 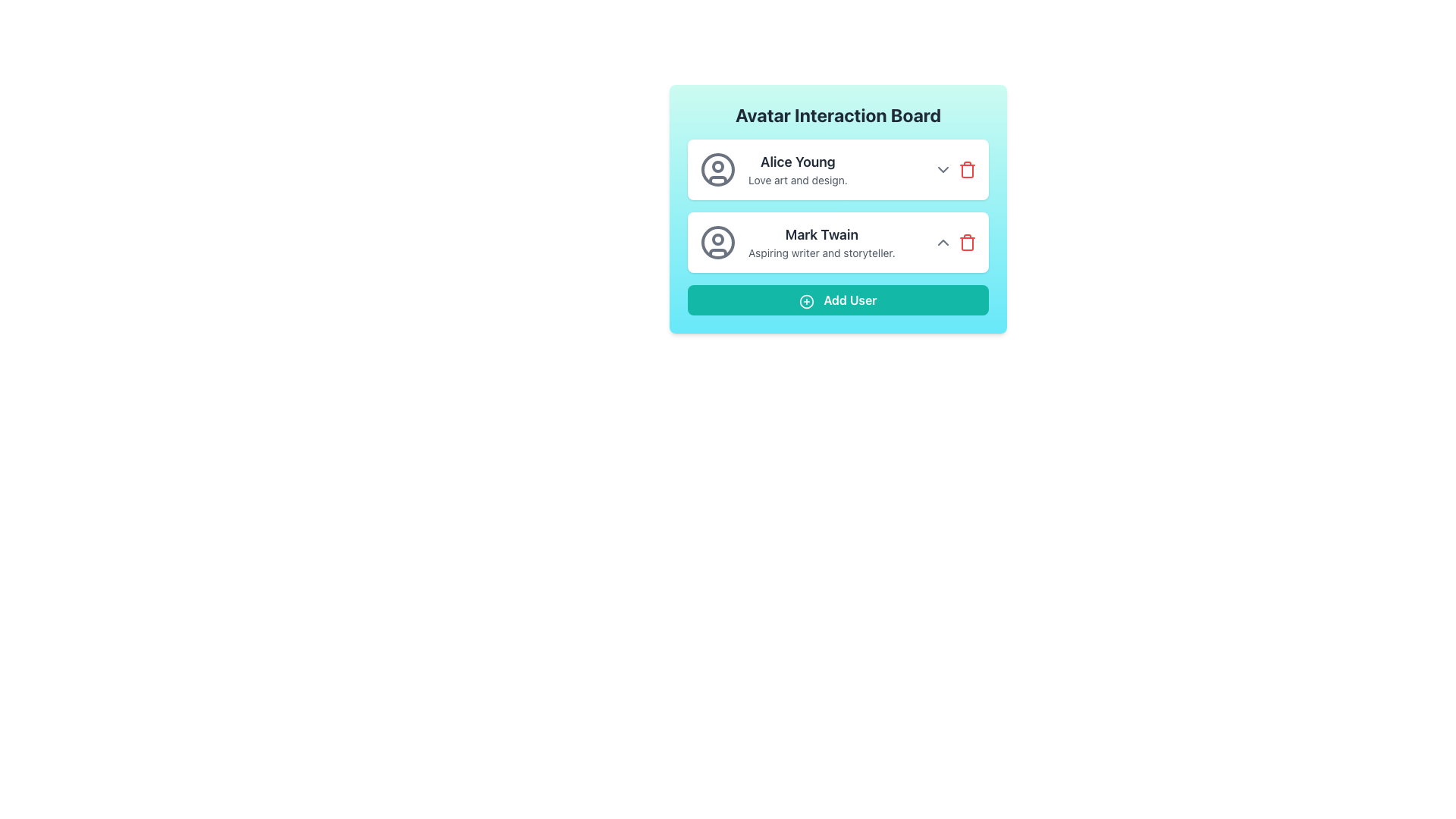 I want to click on the leftmost icon within the 'Add User' button, so click(x=806, y=301).